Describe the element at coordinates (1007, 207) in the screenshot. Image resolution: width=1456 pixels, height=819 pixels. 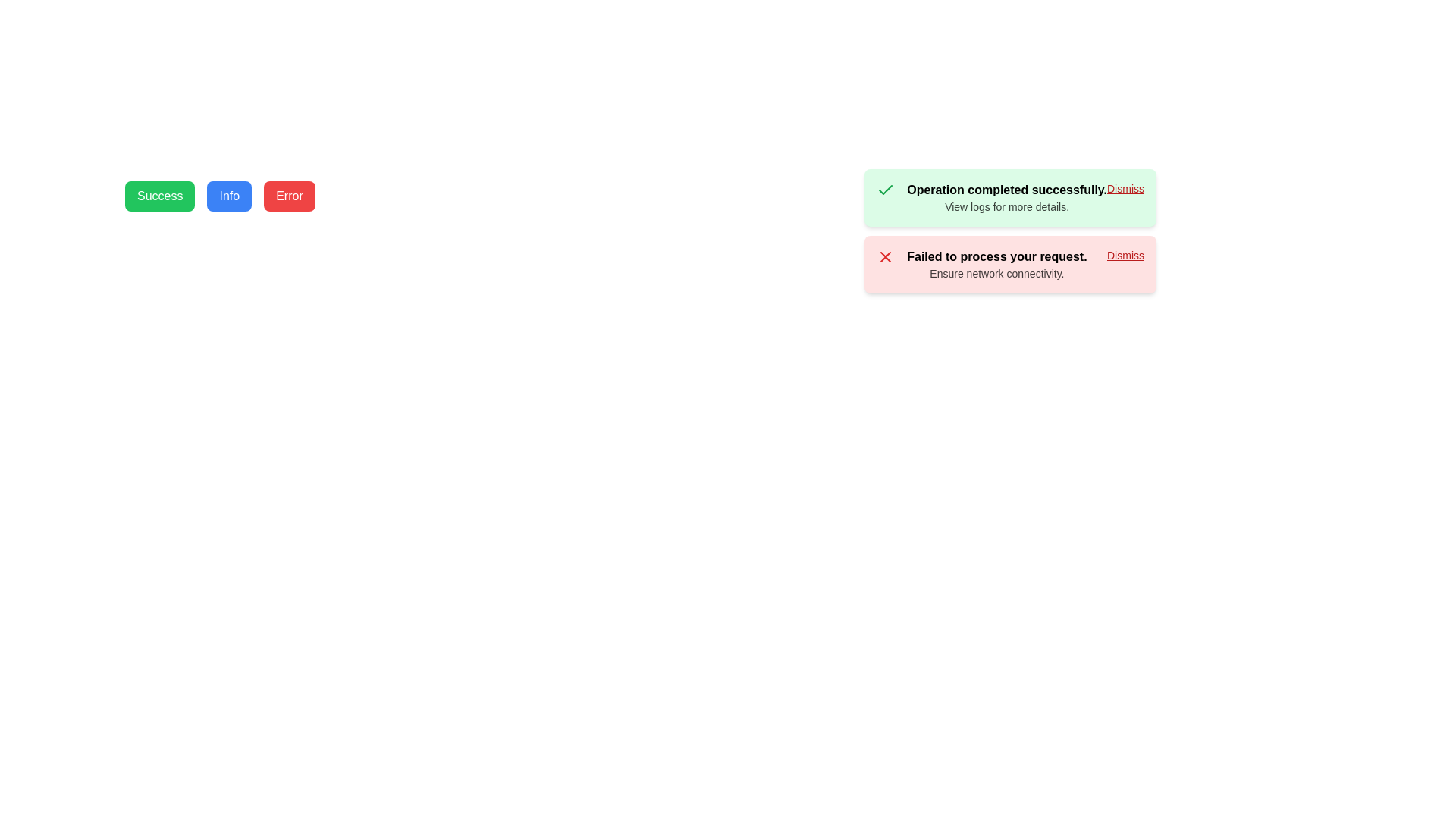
I see `the text label providing additional information below the 'Operation completed successfully.' message in the green notification box` at that location.